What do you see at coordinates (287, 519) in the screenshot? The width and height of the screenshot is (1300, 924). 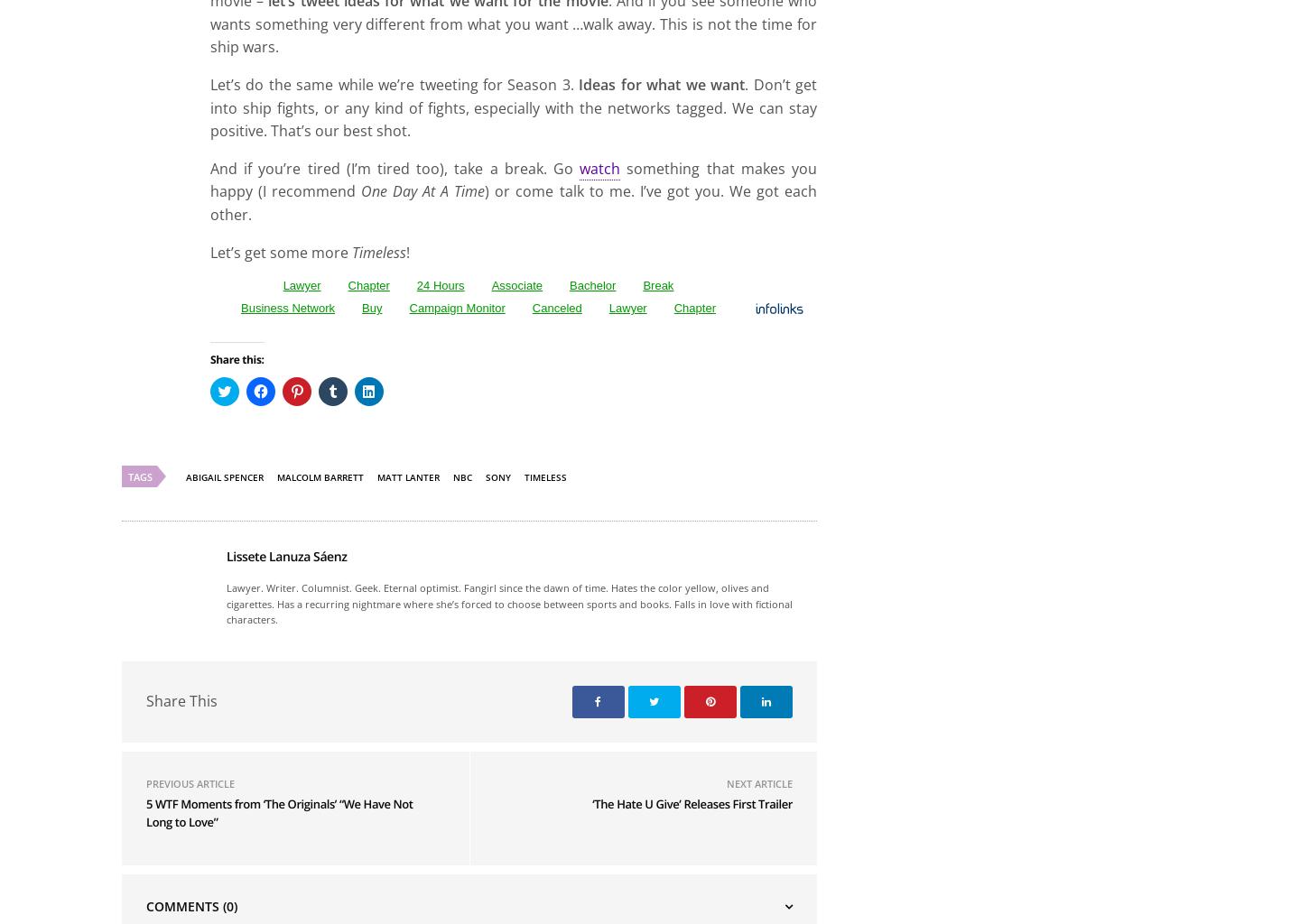 I see `'Business Network'` at bounding box center [287, 519].